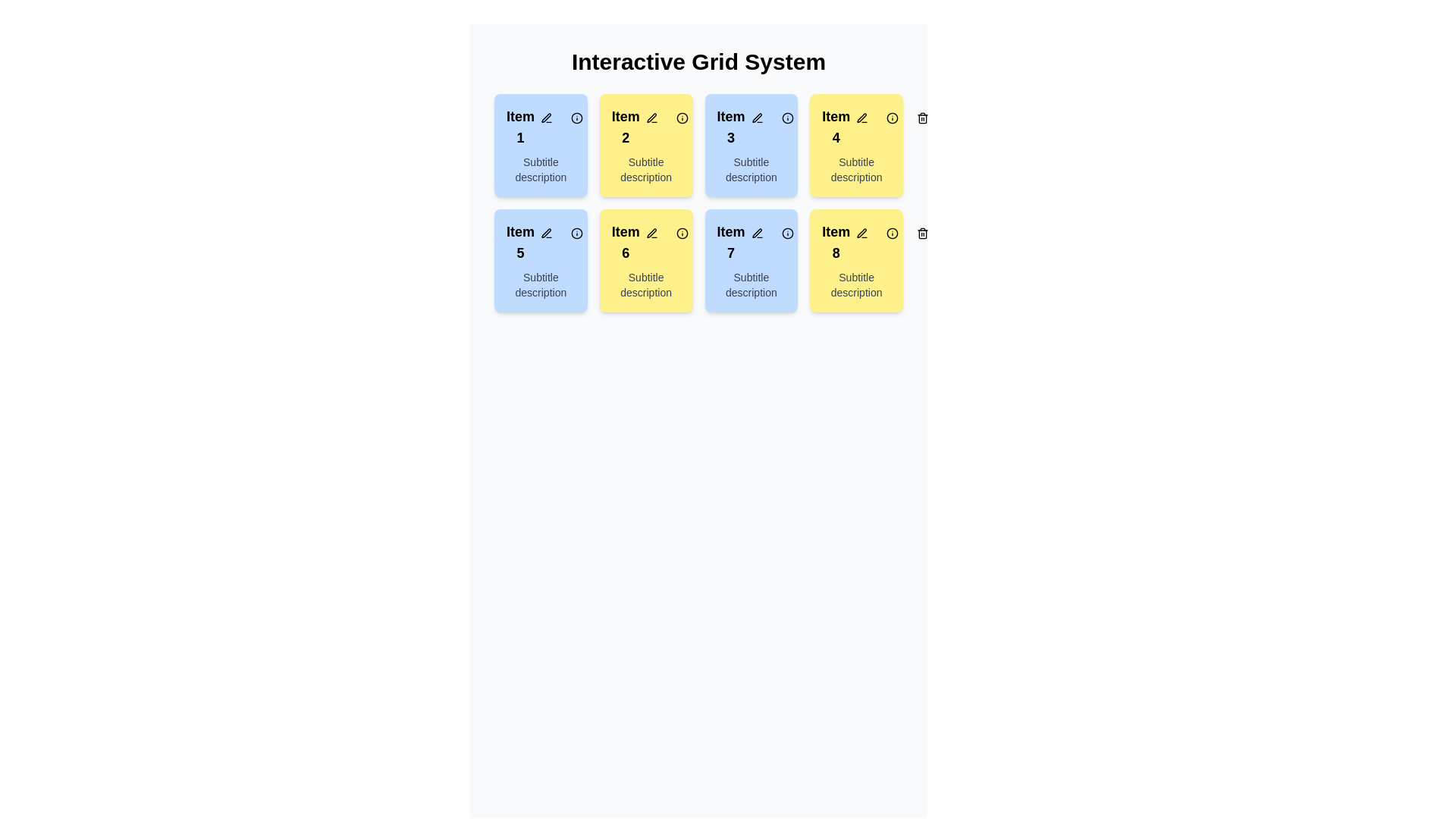  What do you see at coordinates (893, 117) in the screenshot?
I see `the graphical icon component located in the top-right corner of the yellow card labeled 'Item 4'` at bounding box center [893, 117].